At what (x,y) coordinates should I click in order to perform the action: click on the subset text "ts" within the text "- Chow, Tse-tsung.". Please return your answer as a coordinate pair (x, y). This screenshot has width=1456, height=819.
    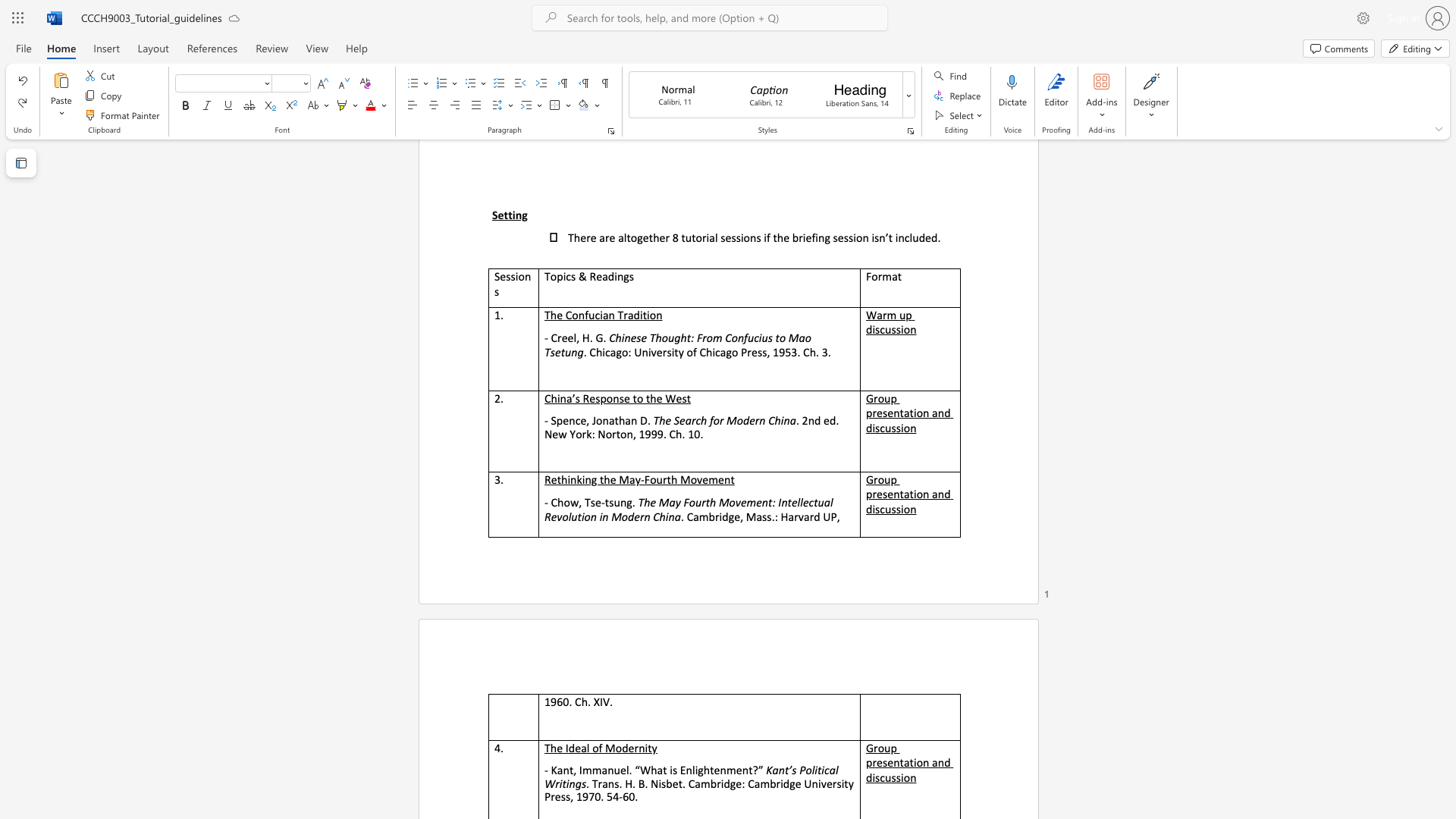
    Looking at the image, I should click on (604, 502).